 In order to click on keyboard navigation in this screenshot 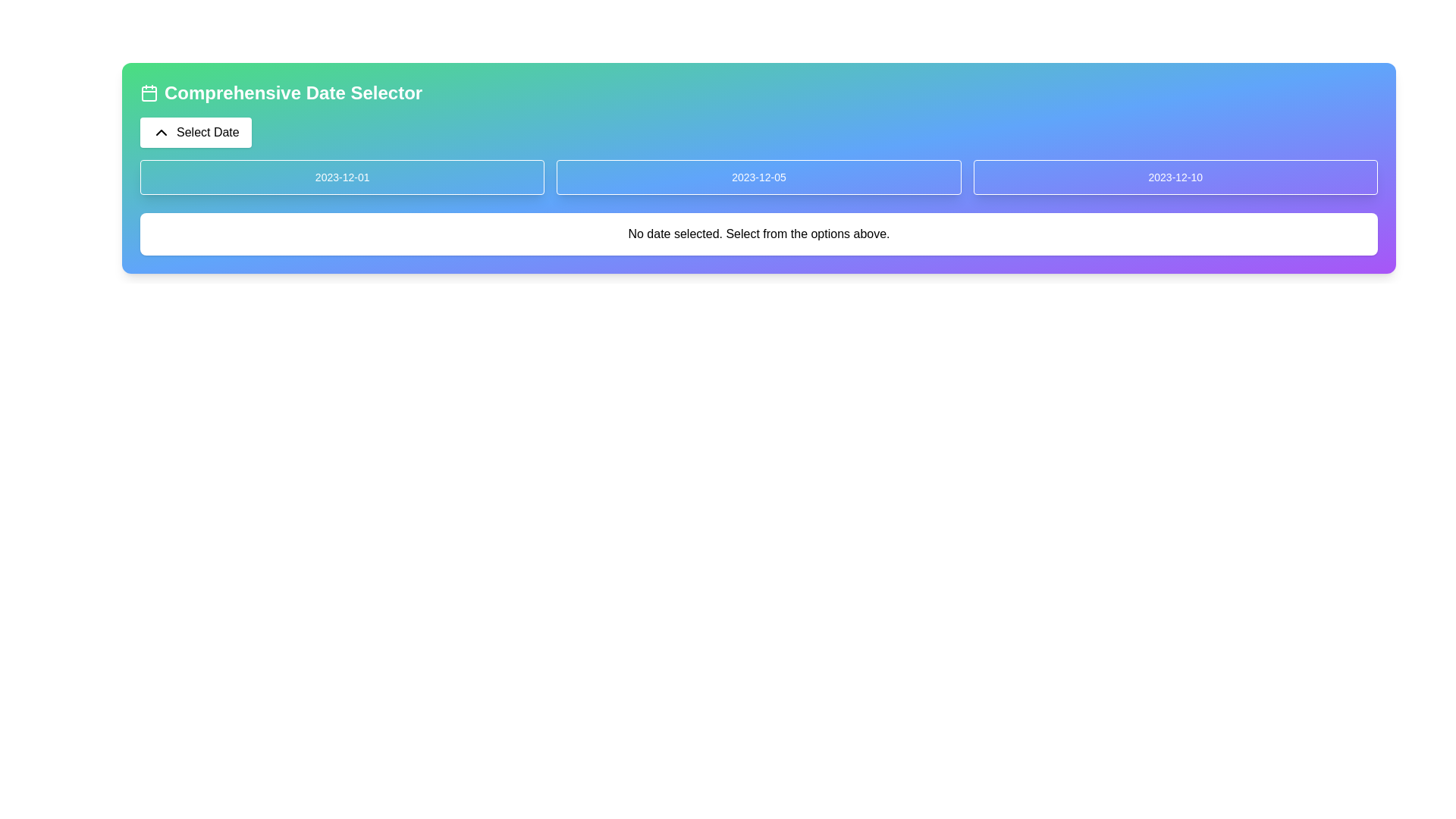, I will do `click(758, 177)`.